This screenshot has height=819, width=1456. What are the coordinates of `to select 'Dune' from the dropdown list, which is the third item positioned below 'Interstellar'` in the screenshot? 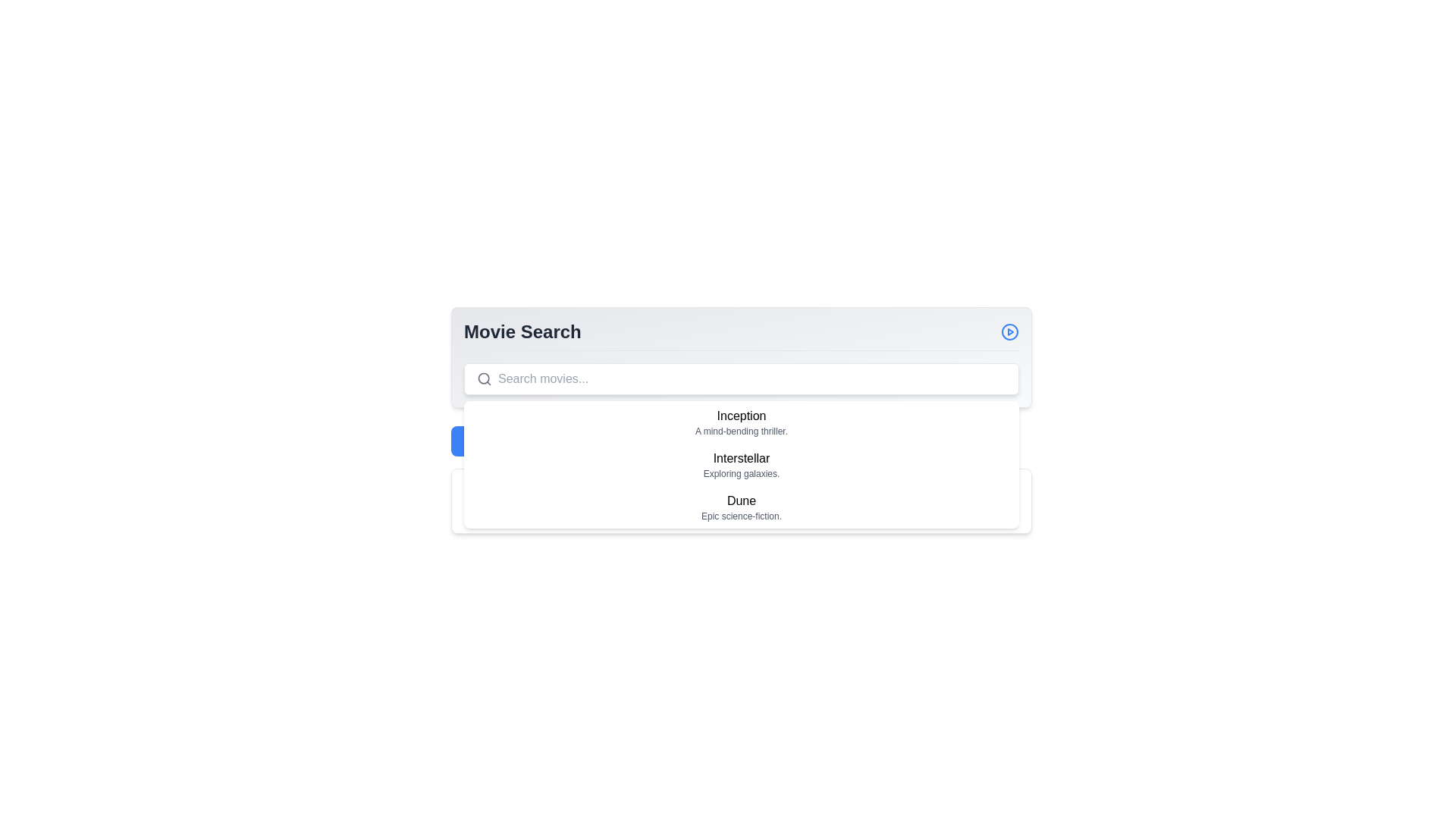 It's located at (742, 507).